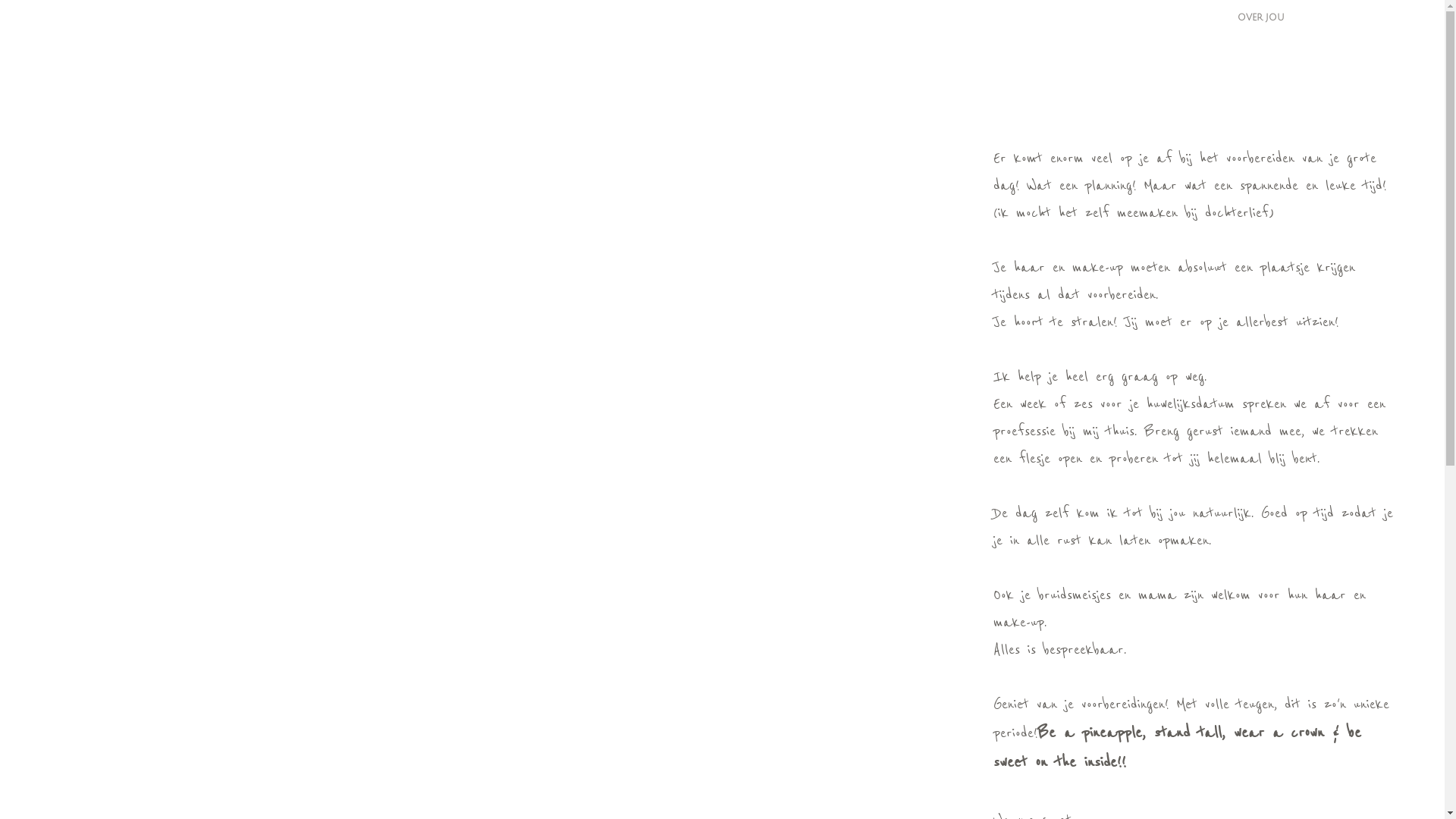 This screenshot has height=819, width=1456. I want to click on 'CONTACT', so click(1376, 54).